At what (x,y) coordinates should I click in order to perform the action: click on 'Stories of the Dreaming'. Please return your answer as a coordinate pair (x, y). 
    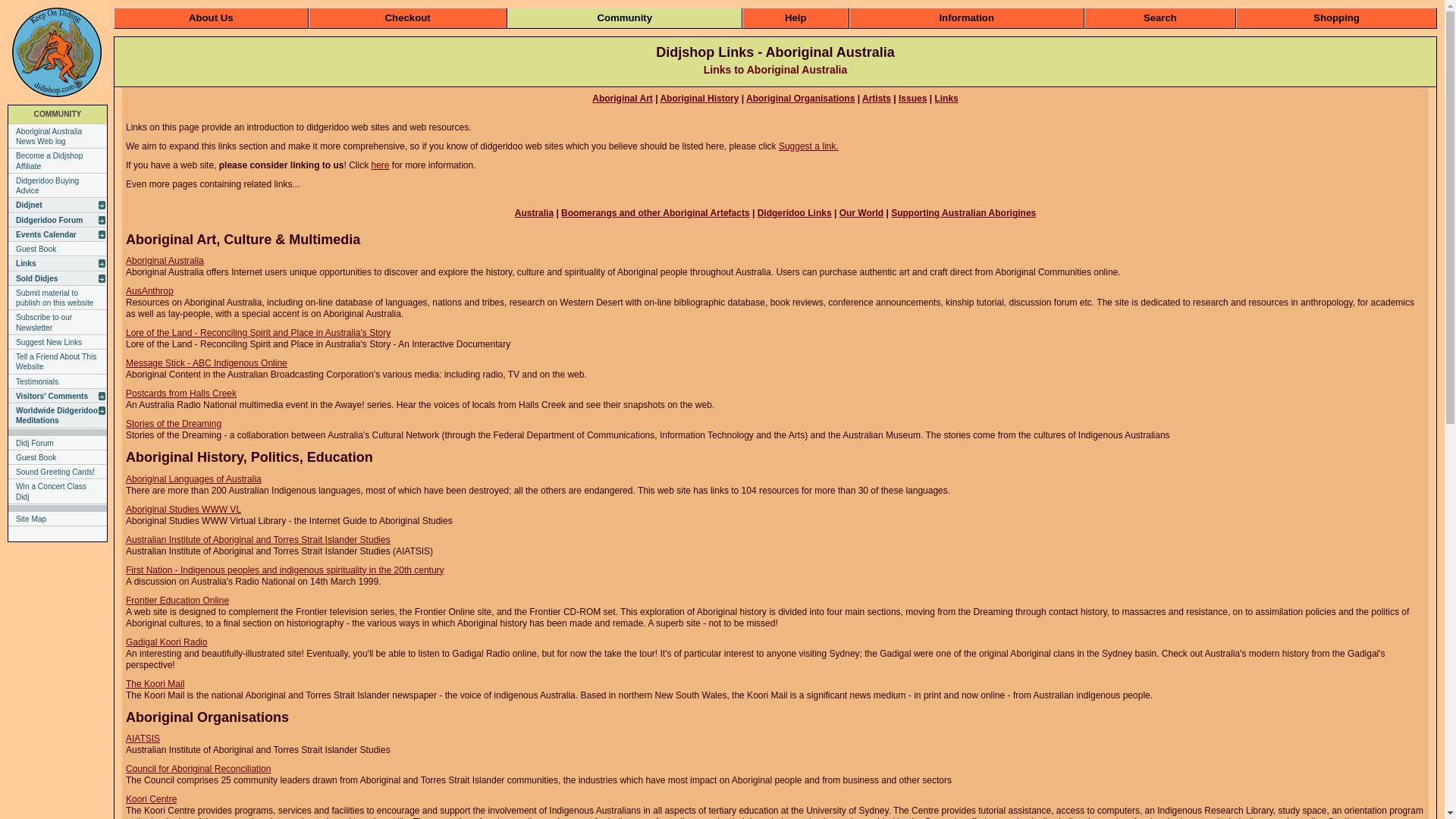
    Looking at the image, I should click on (174, 424).